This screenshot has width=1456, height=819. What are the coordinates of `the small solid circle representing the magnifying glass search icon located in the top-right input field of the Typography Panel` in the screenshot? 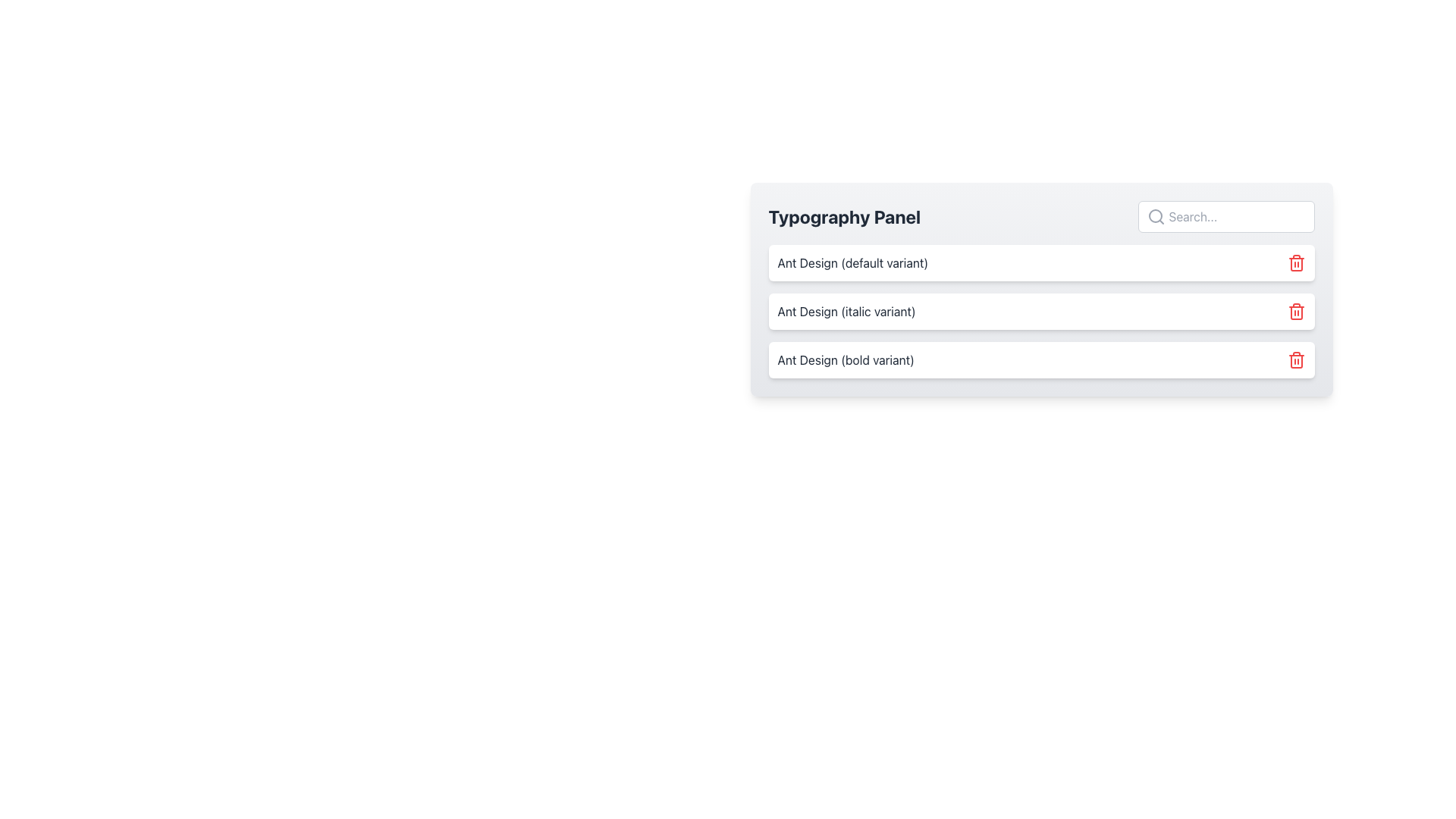 It's located at (1154, 216).